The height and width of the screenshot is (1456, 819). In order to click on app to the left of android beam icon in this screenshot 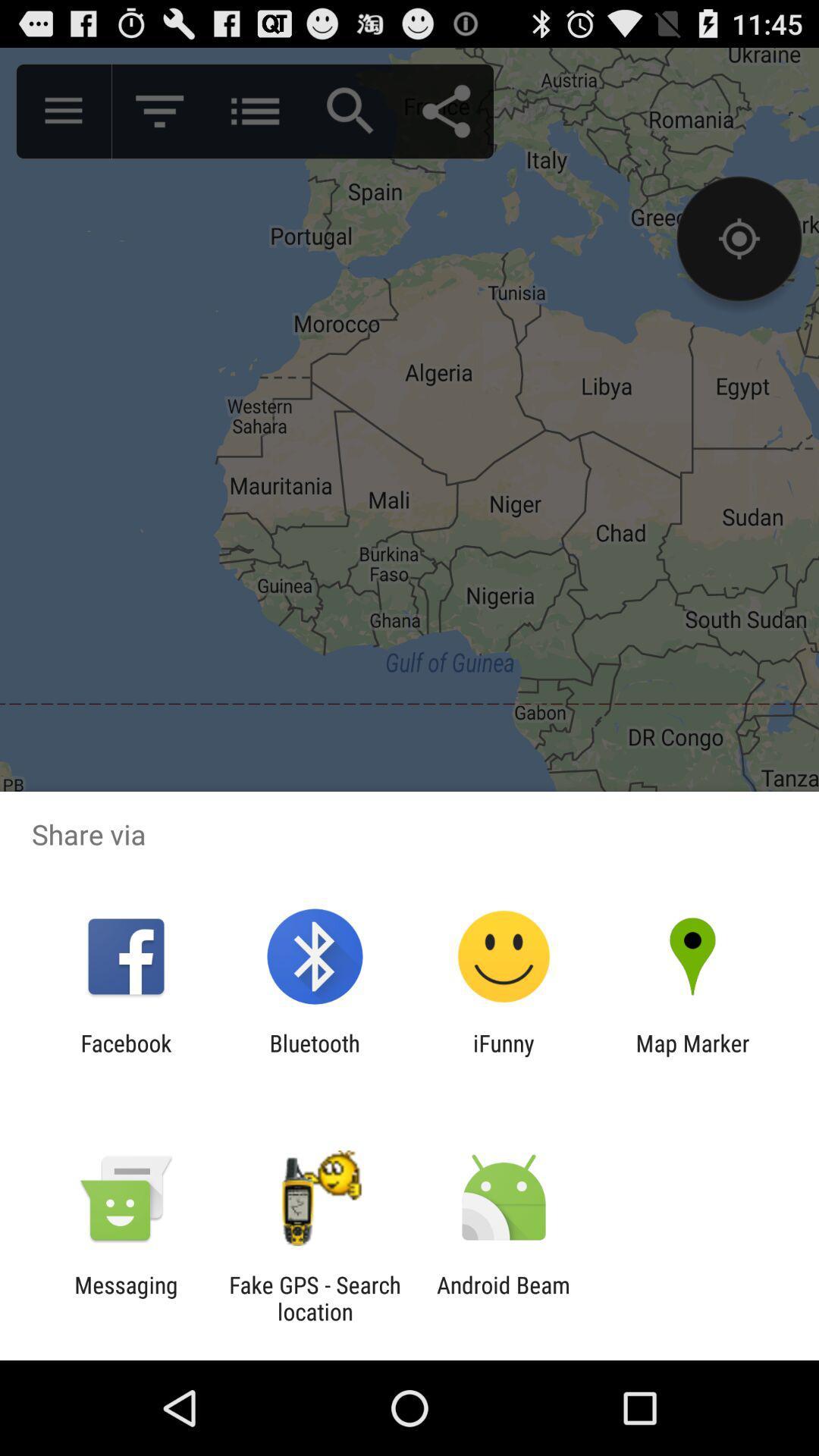, I will do `click(314, 1298)`.